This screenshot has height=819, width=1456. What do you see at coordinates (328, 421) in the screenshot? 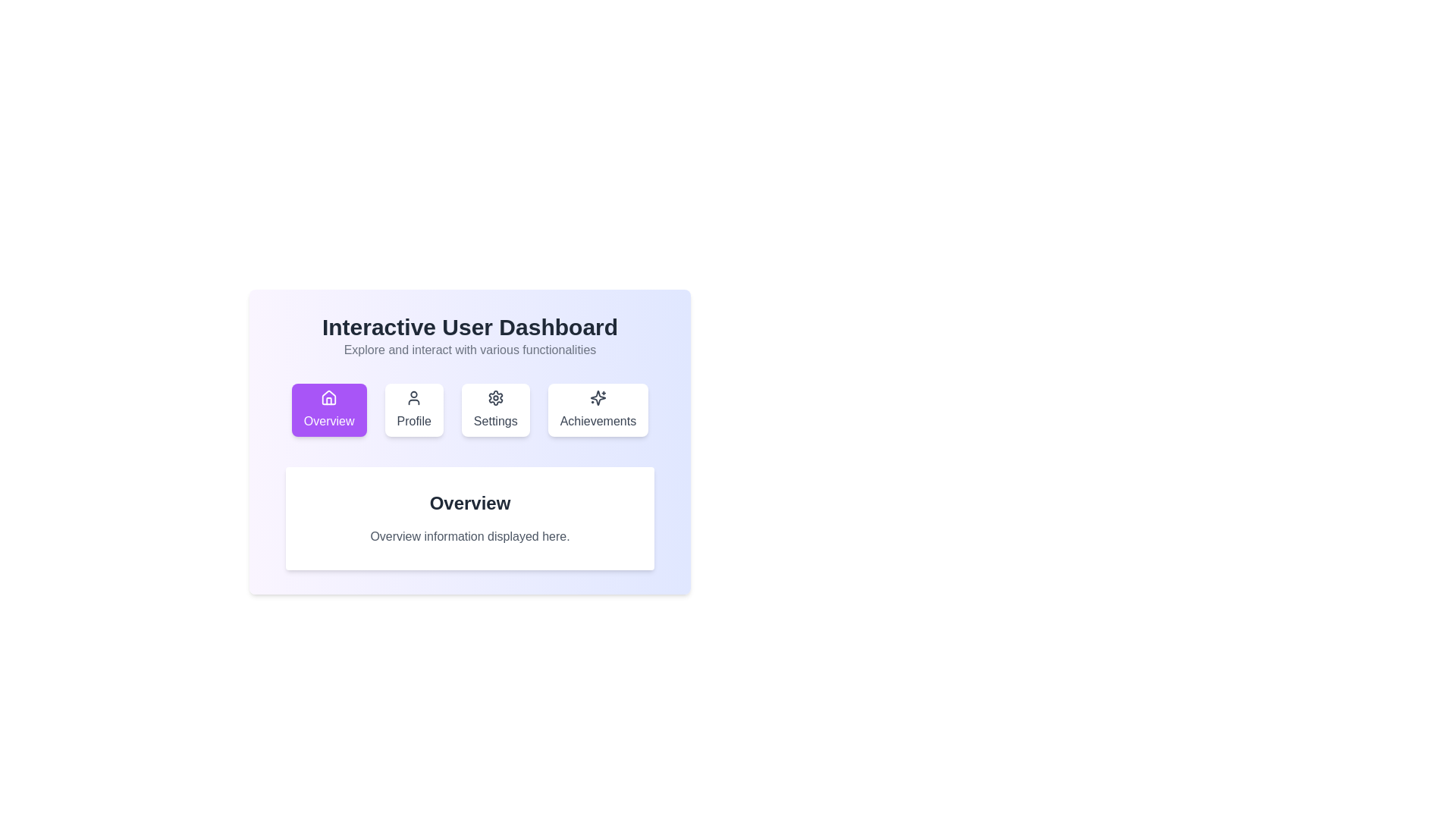
I see `the 'Overview' button, which is a text label in white font on a purple rectangular background` at bounding box center [328, 421].